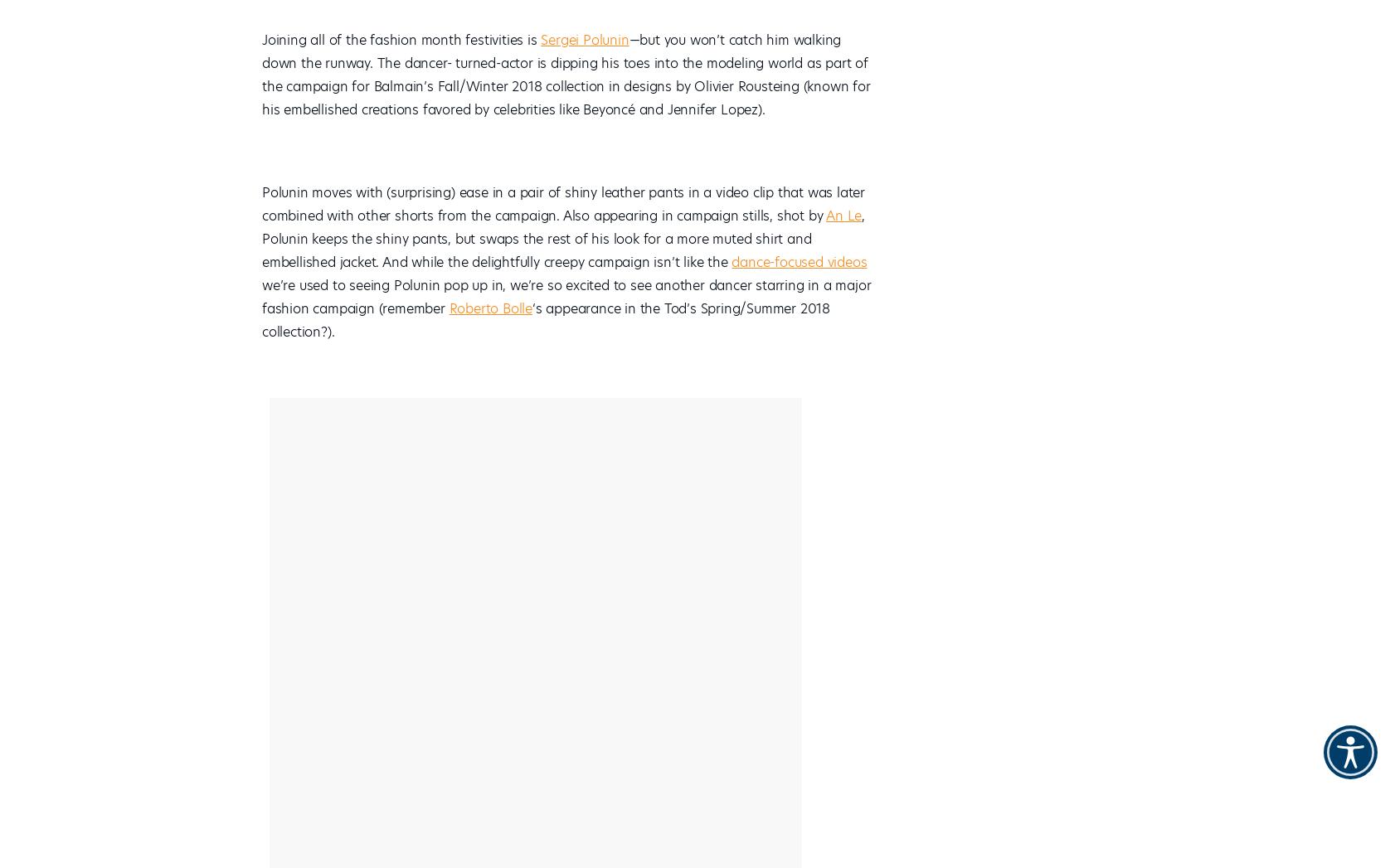 The width and height of the screenshot is (1395, 868). Describe the element at coordinates (546, 319) in the screenshot. I see `'‘s appearance in the Tod’s Spring/Summer 2018 collection?).'` at that location.